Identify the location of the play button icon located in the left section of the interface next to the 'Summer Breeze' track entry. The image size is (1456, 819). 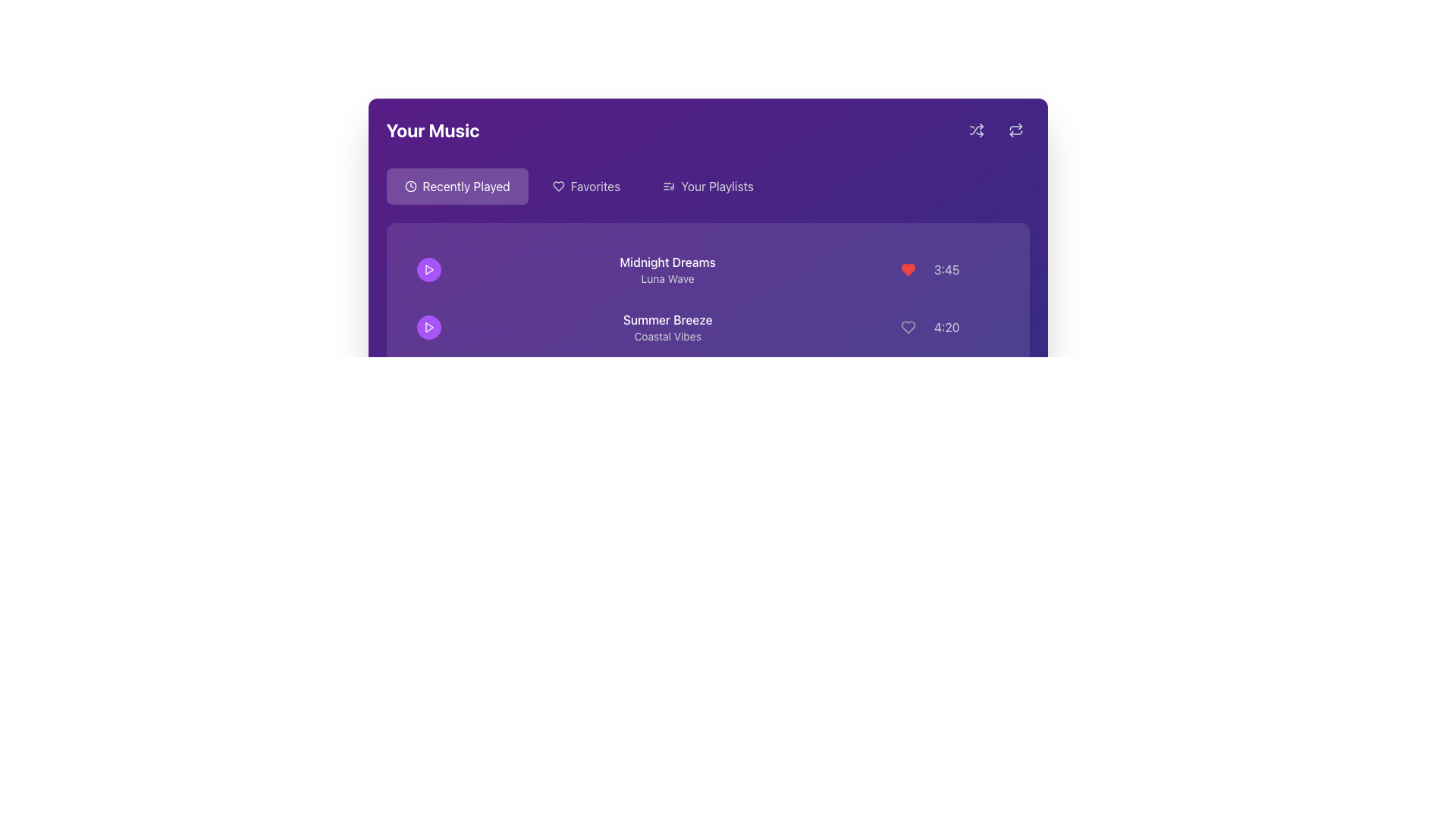
(428, 327).